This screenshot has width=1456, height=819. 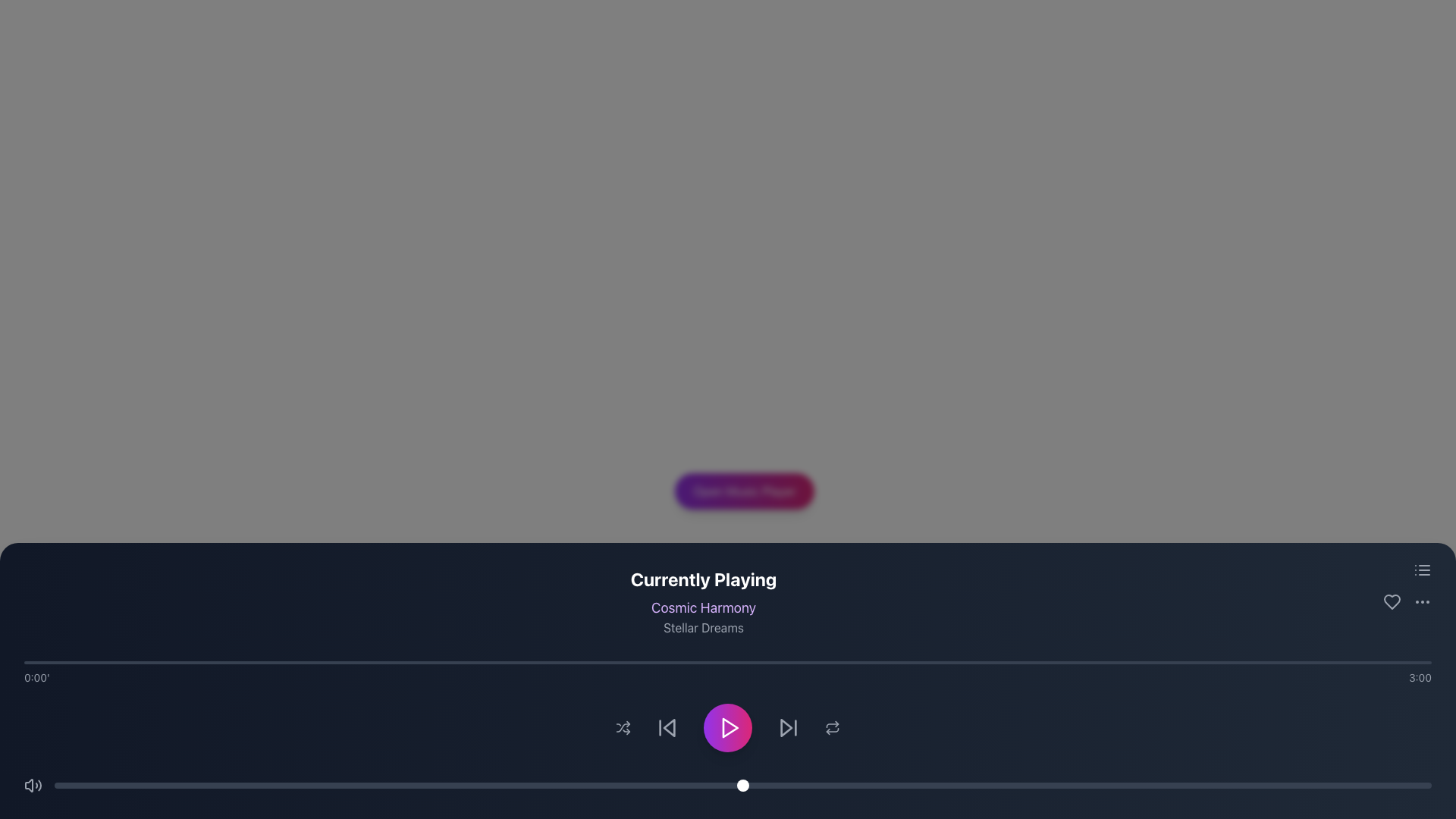 What do you see at coordinates (1407, 601) in the screenshot?
I see `the more options icon located at the far right of the media control bar` at bounding box center [1407, 601].